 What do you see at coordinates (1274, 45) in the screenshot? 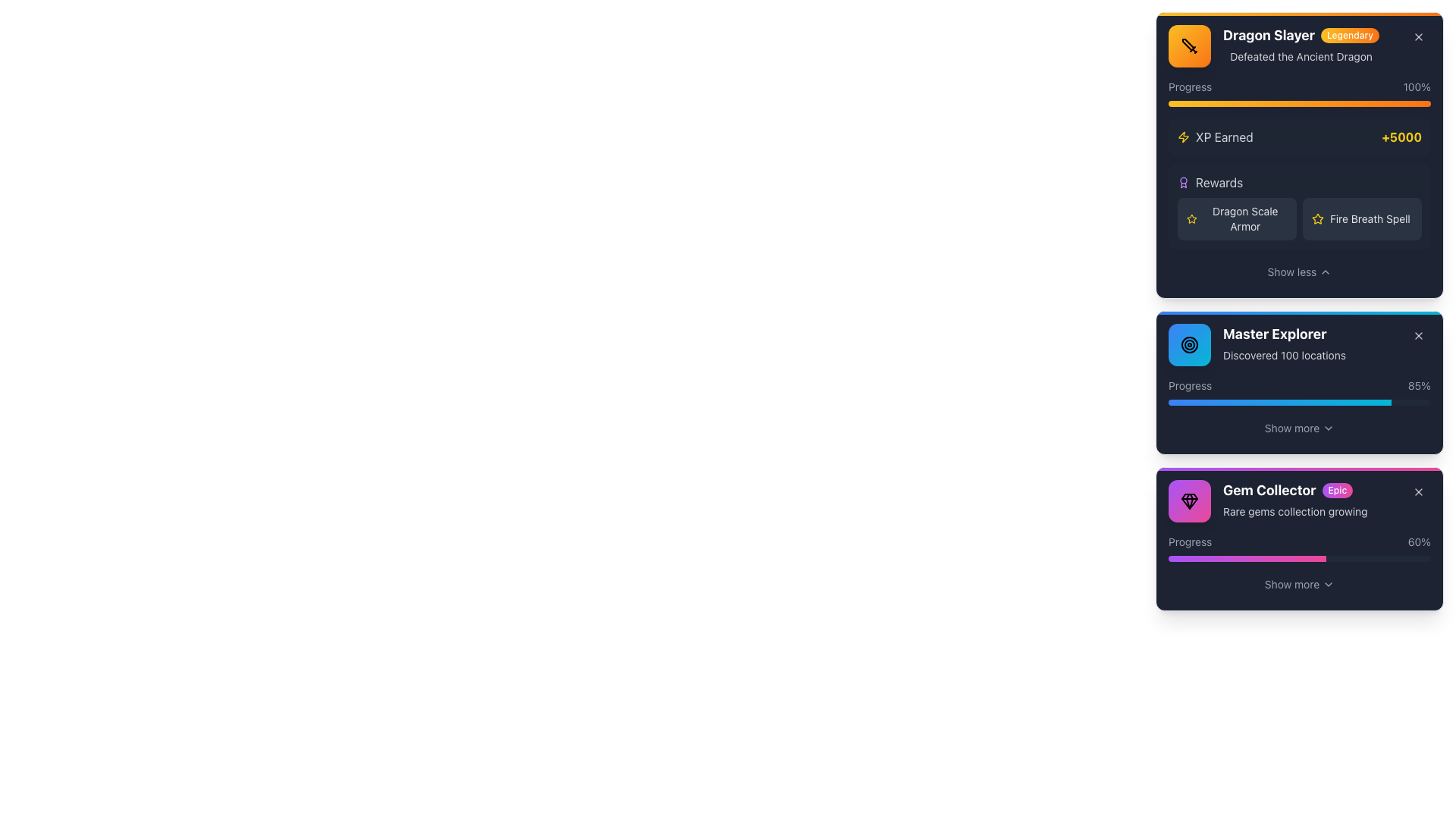
I see `text from the Informational Header labeled 'Dragon Slayer' with the subtitle 'Defeated the Ancient Dragon', which is styled in a dark theme and located at the top of the right-side informational card` at bounding box center [1274, 45].